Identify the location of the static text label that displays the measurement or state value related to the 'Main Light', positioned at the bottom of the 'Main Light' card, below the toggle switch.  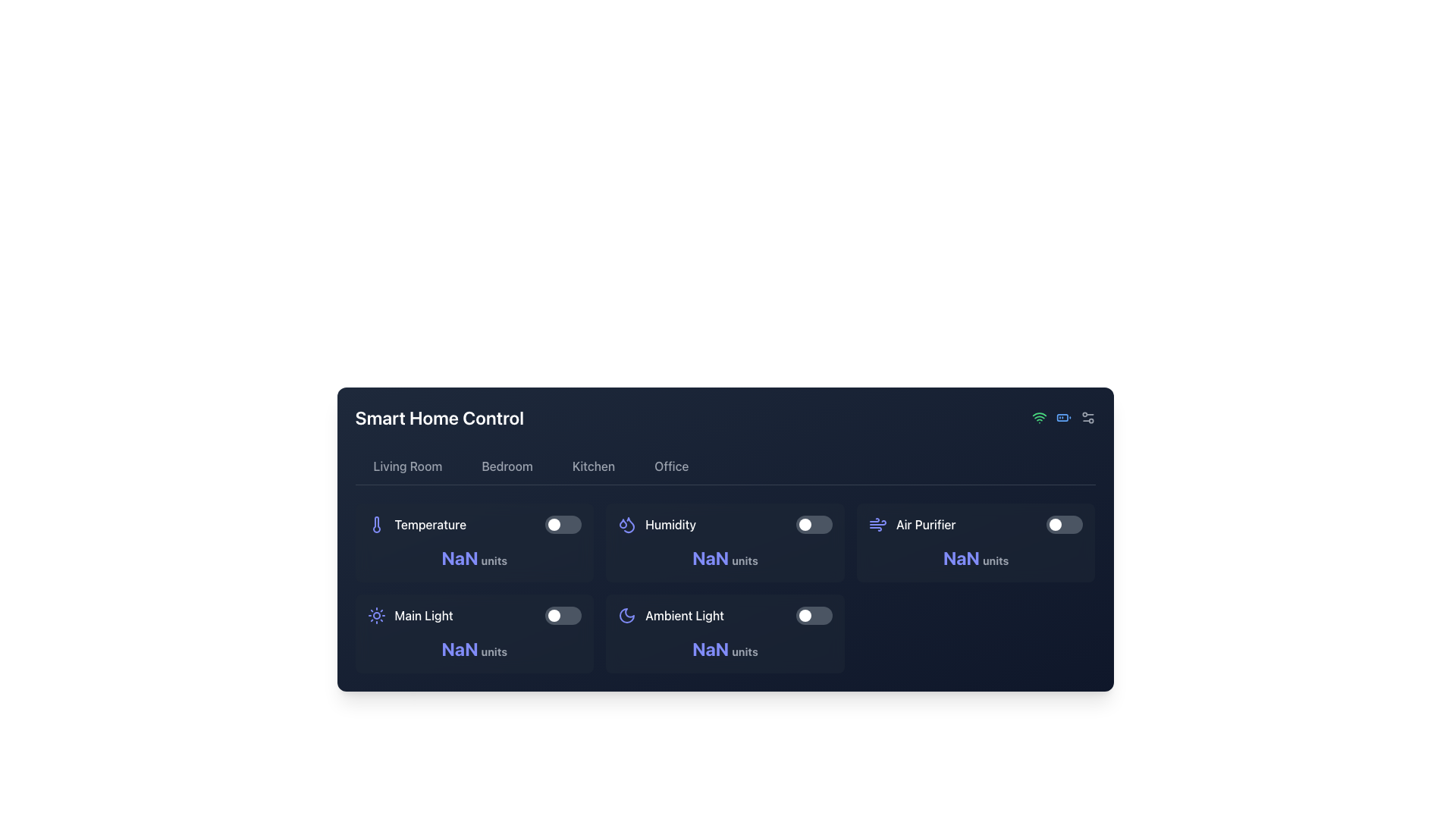
(473, 648).